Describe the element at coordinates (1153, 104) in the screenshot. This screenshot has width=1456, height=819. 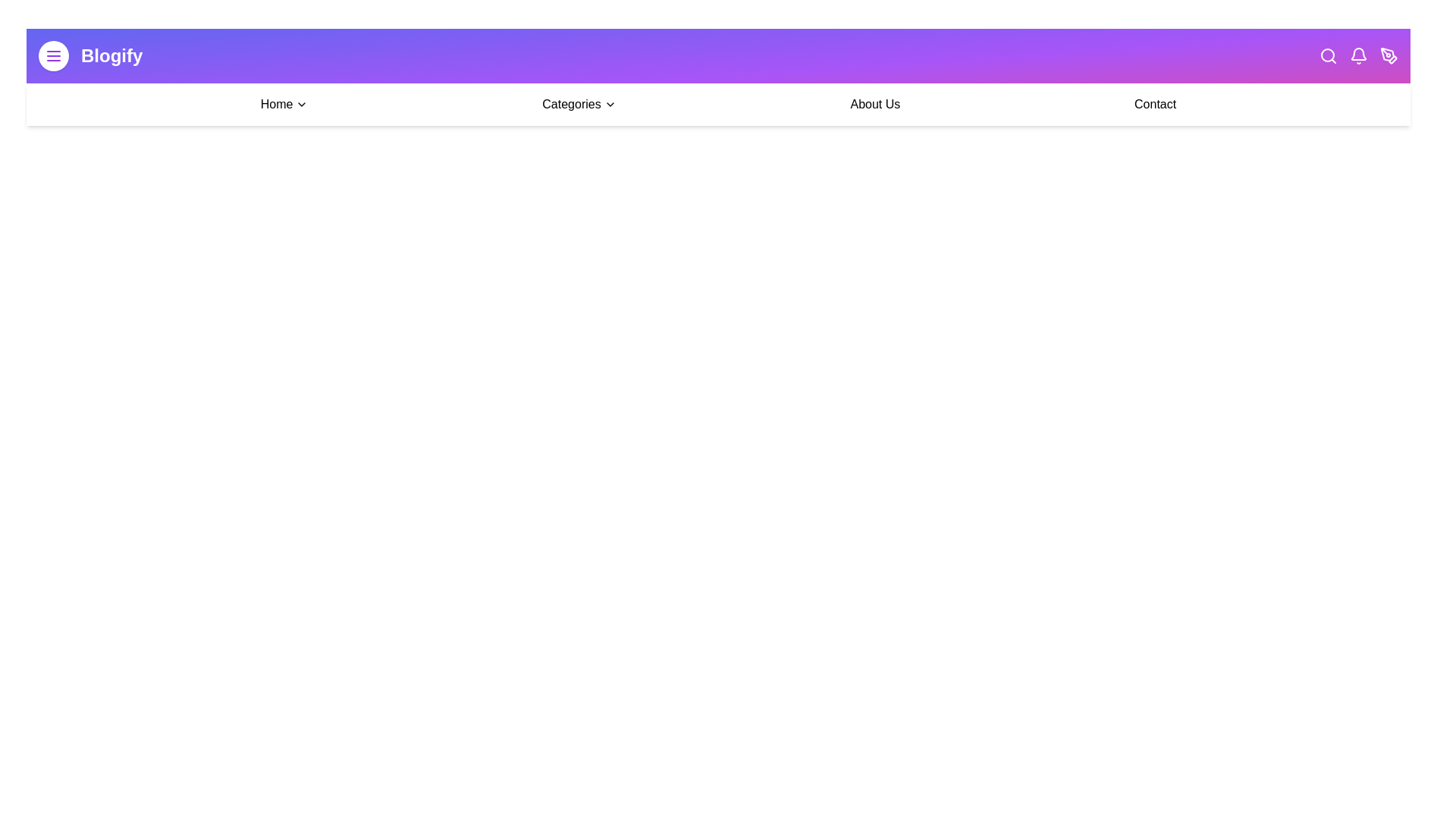
I see `the 'Contact' link in the navigation bar` at that location.